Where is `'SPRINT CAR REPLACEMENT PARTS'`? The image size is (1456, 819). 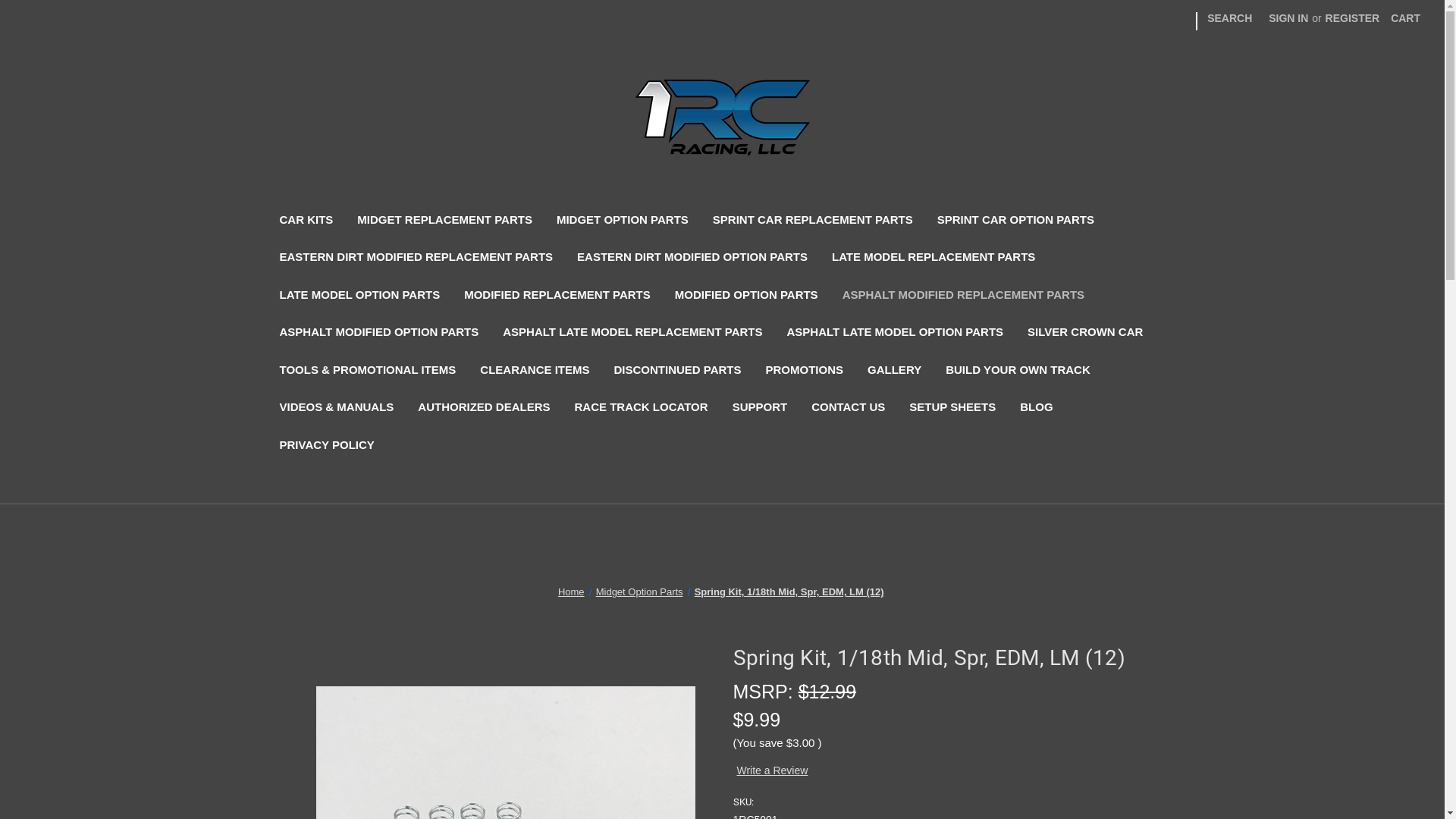
'SPRINT CAR REPLACEMENT PARTS' is located at coordinates (811, 221).